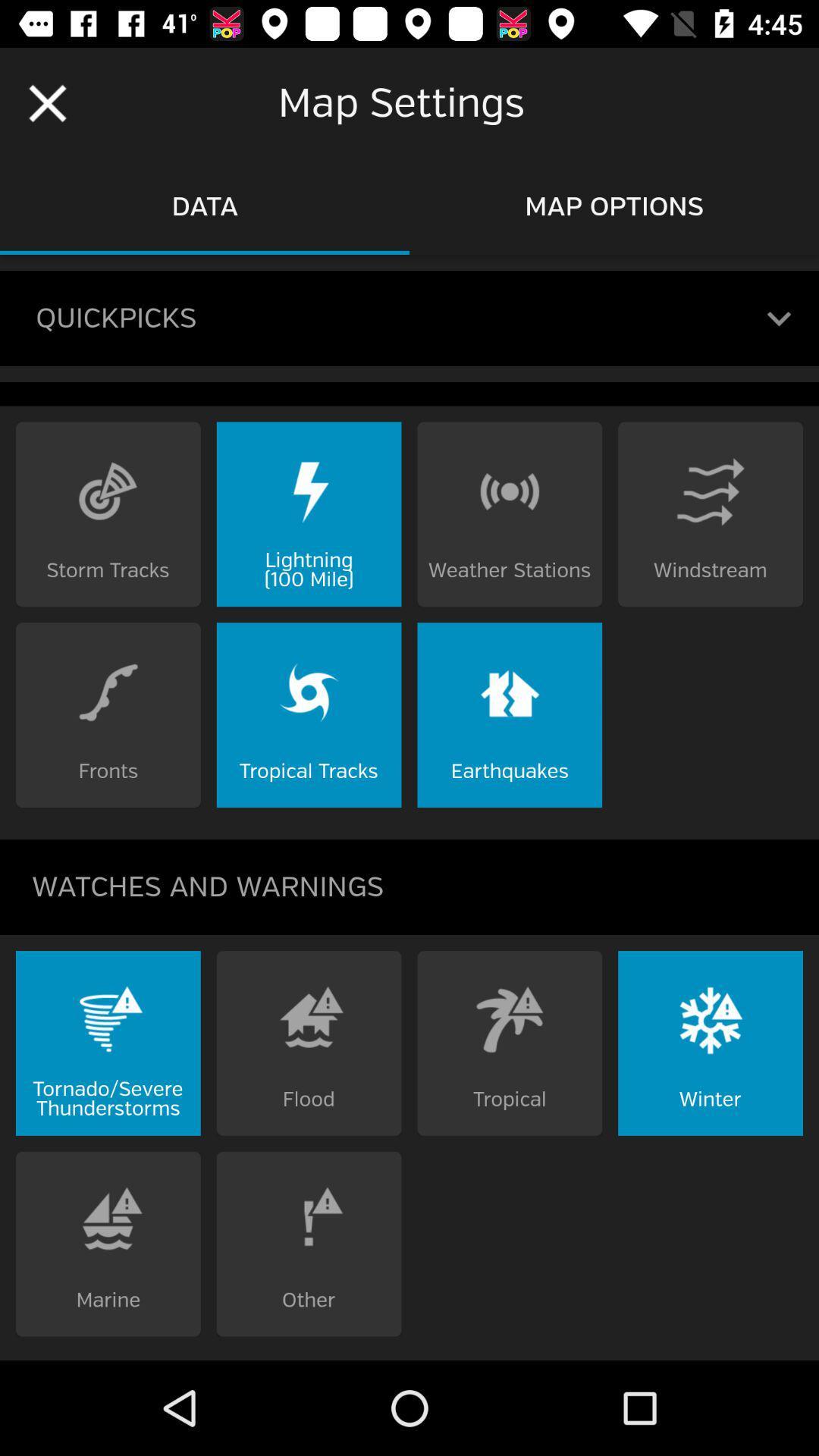 The image size is (819, 1456). What do you see at coordinates (46, 103) in the screenshot?
I see `close icon at top left` at bounding box center [46, 103].